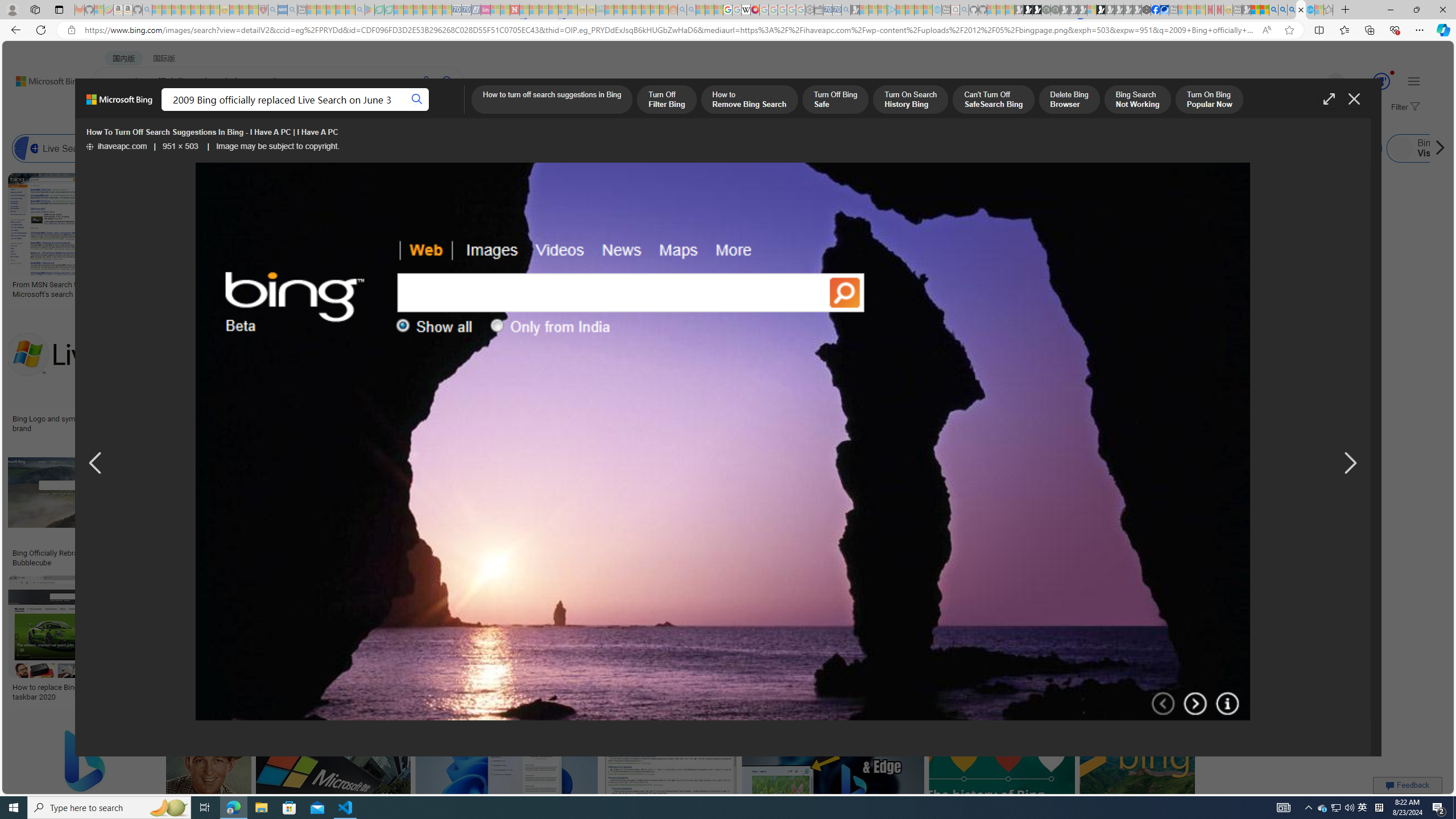  I want to click on 'How to replace Bing in Windows 10 search on the taskbar 2020', so click(93, 691).